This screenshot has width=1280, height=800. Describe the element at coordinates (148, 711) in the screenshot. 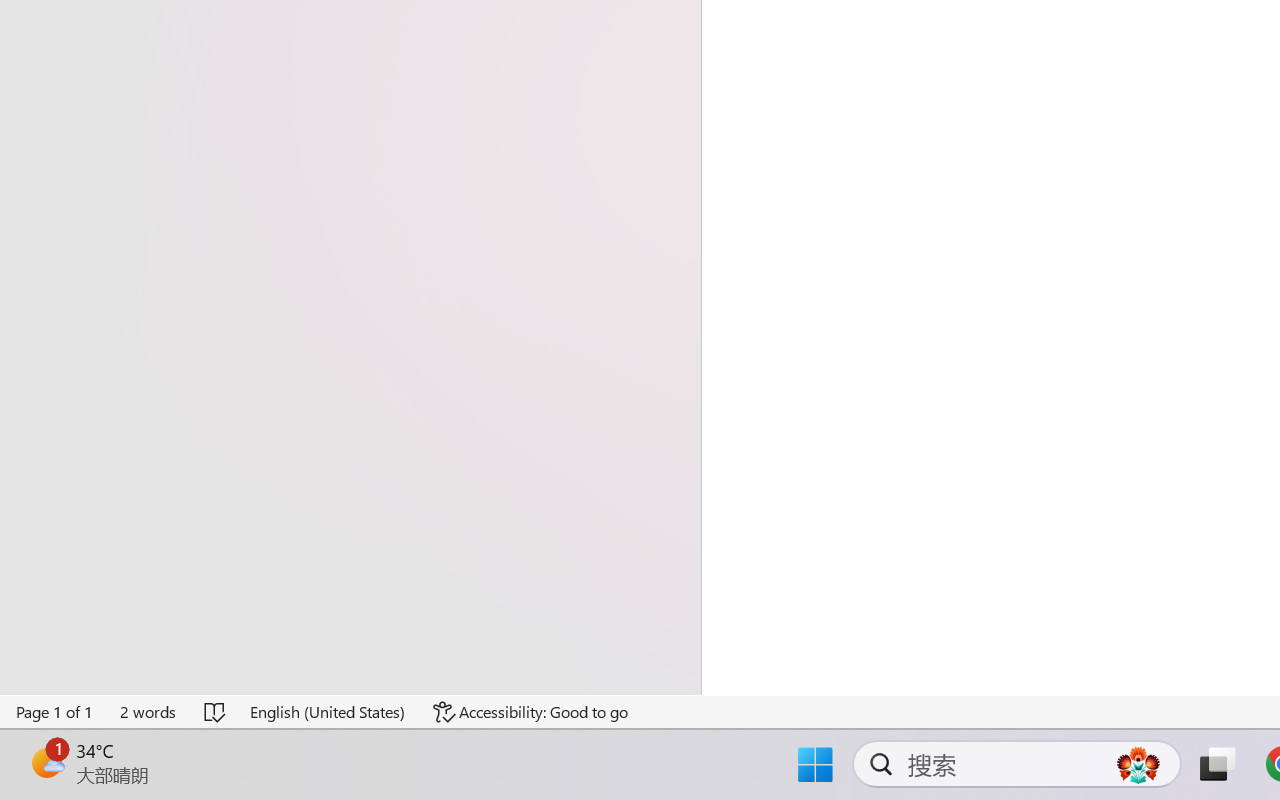

I see `'Word Count 2 words'` at that location.